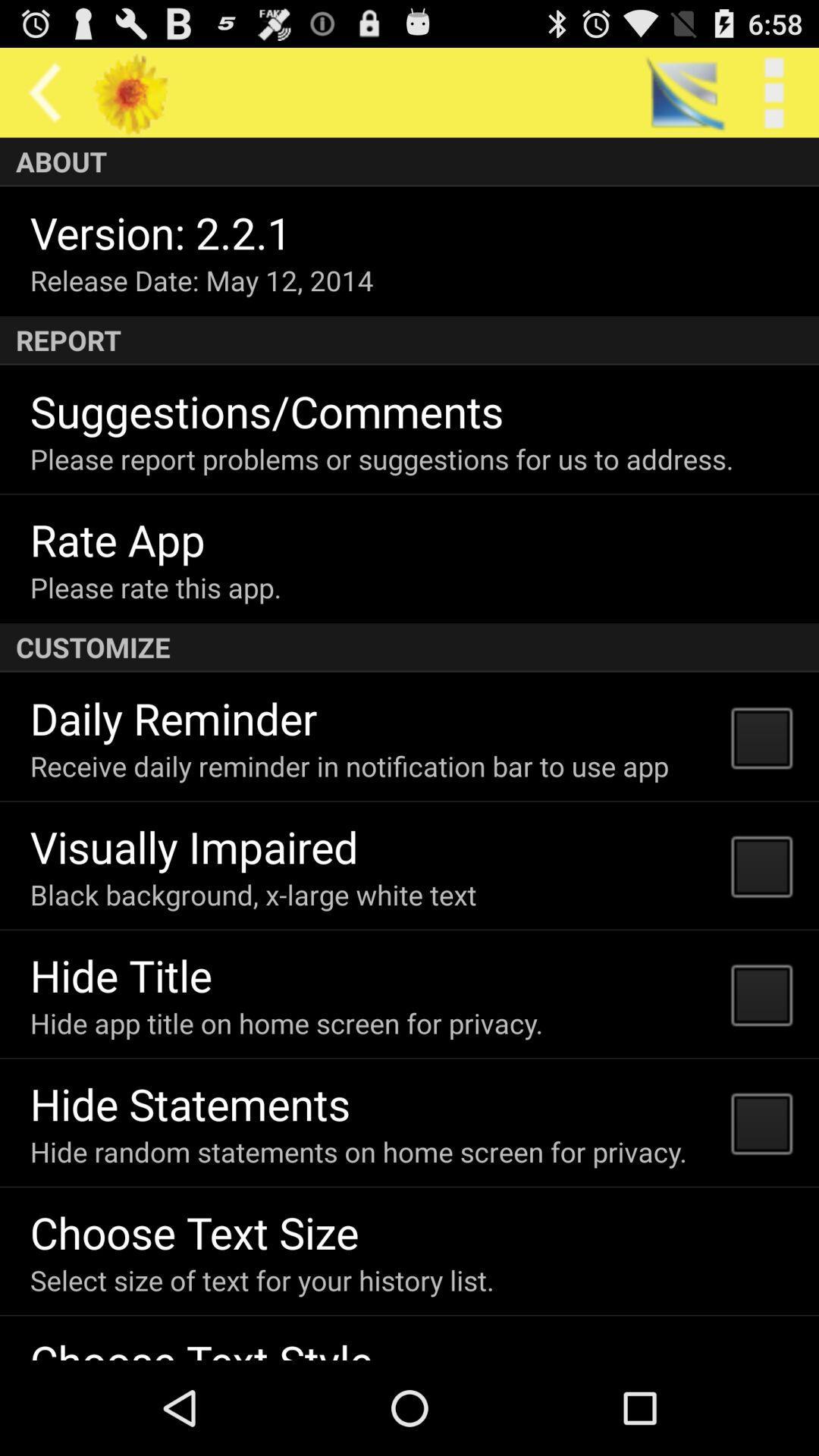 This screenshot has width=819, height=1456. Describe the element at coordinates (409, 648) in the screenshot. I see `app below the please rate this icon` at that location.